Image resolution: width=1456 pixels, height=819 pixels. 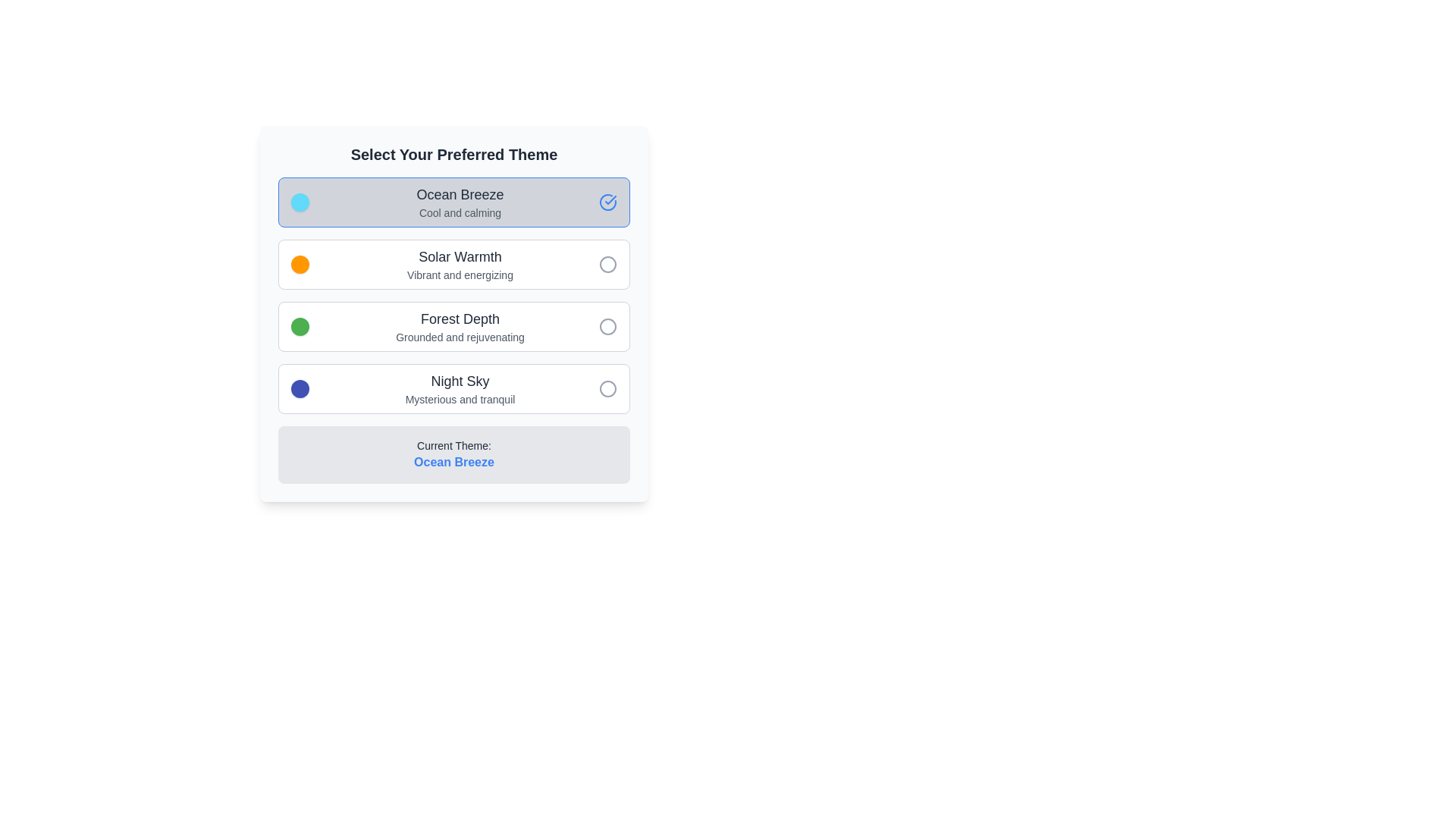 I want to click on the unselected radio button indicator for the 'Night Sky' theme located at the far right end of the fourth theme option, so click(x=607, y=388).